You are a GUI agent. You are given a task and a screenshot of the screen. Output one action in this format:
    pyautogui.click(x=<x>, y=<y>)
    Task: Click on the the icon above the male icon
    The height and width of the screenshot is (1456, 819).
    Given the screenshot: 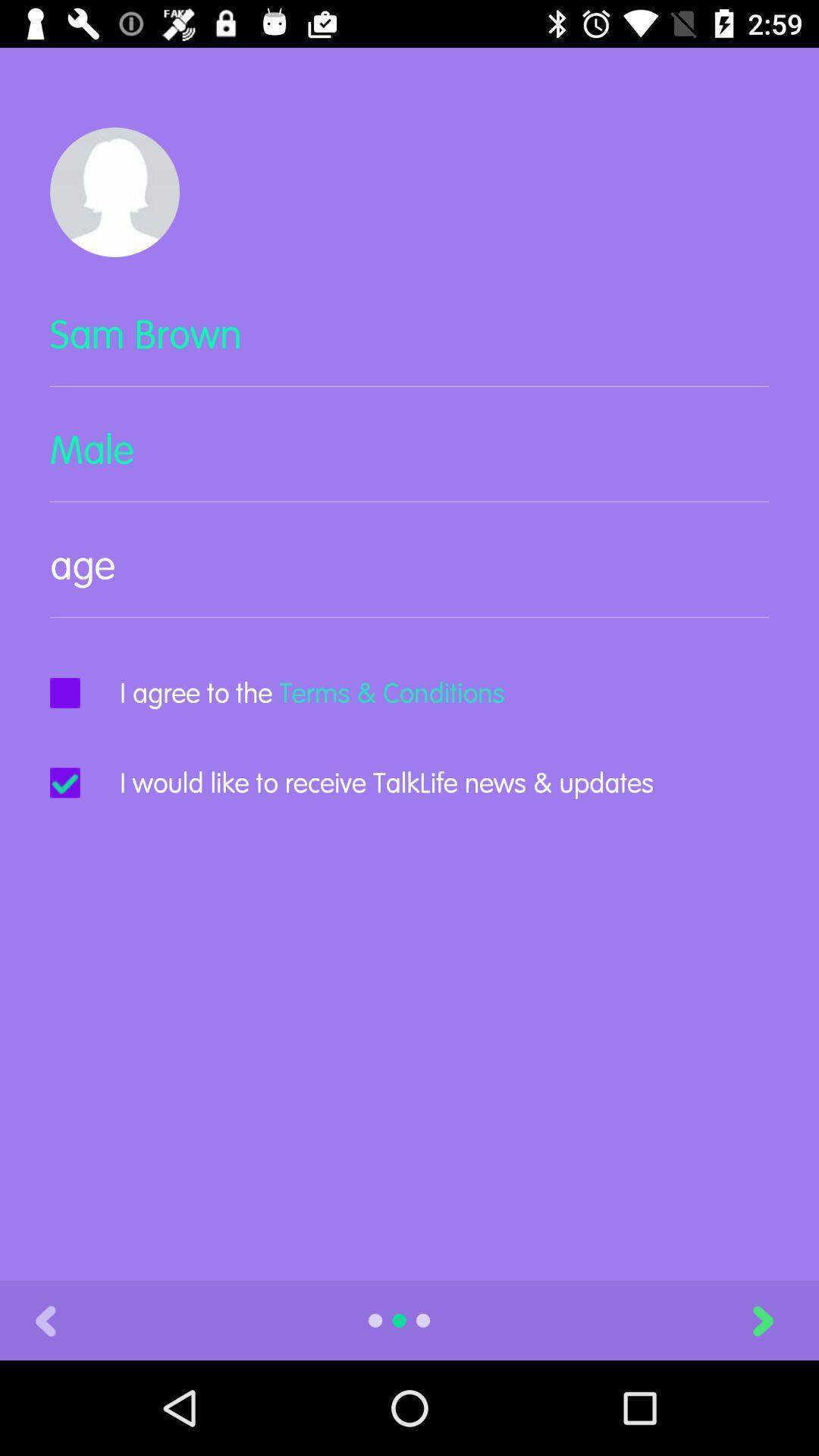 What is the action you would take?
    pyautogui.click(x=409, y=346)
    